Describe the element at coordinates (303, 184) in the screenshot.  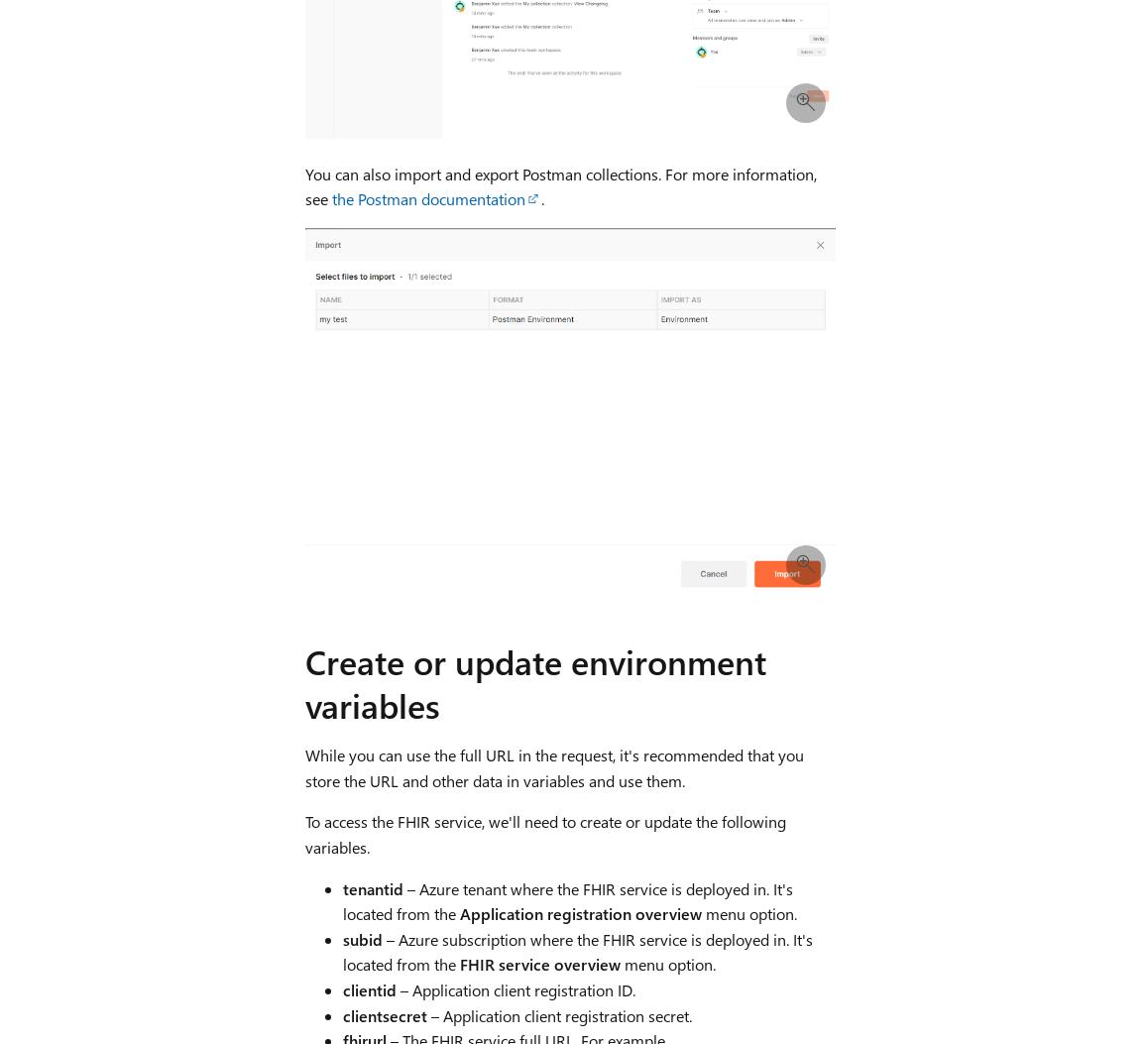
I see `'You can also import and export Postman collections. For more information, see'` at that location.